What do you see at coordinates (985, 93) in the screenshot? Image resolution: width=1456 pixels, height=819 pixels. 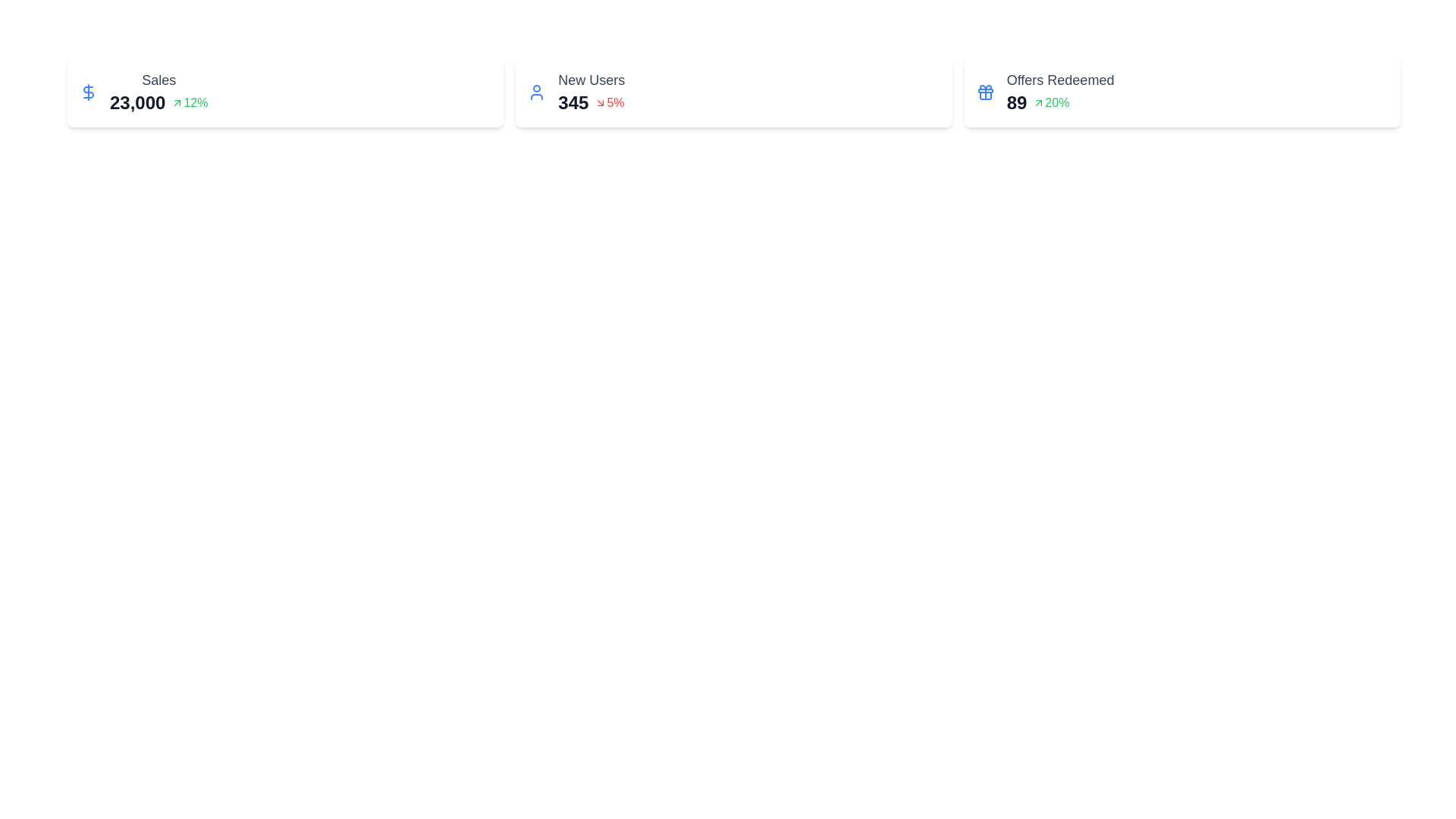 I see `the blue gift box icon located at the top-left corner of the 'Offers Redeemed' card, which is next to the title text 'Offers Redeemed'` at bounding box center [985, 93].